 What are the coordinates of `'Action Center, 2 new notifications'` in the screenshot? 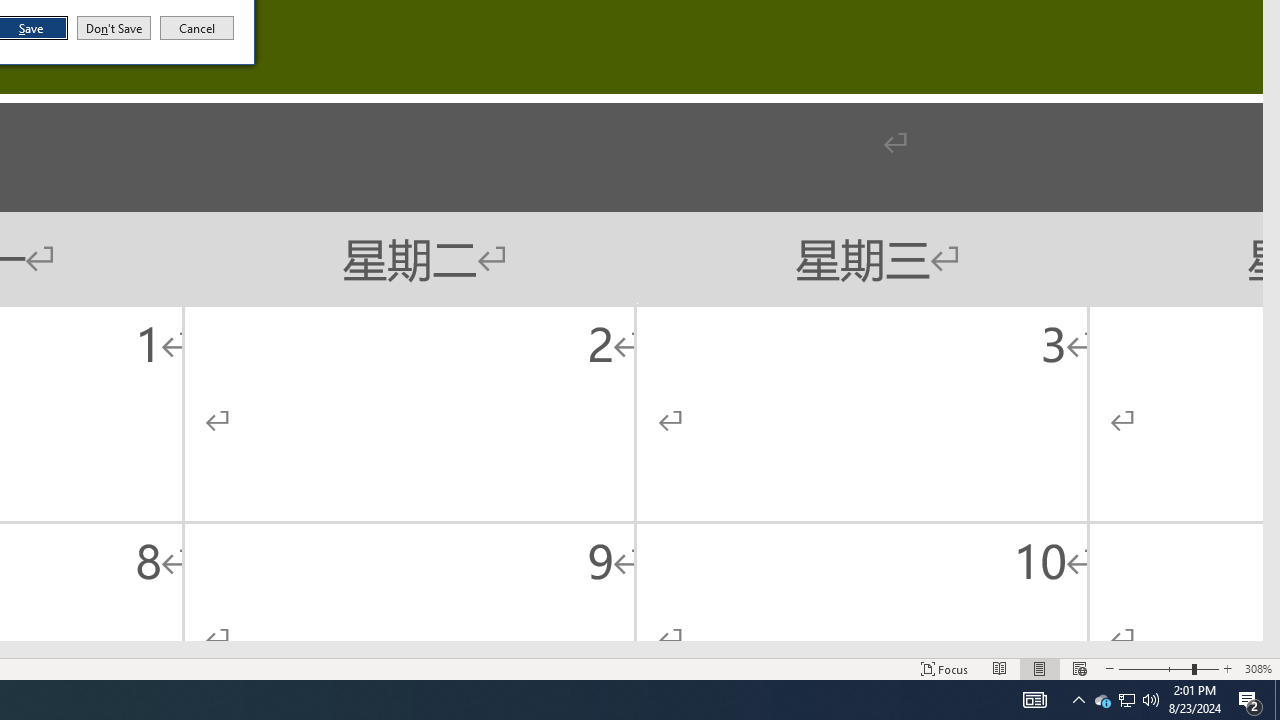 It's located at (1250, 698).